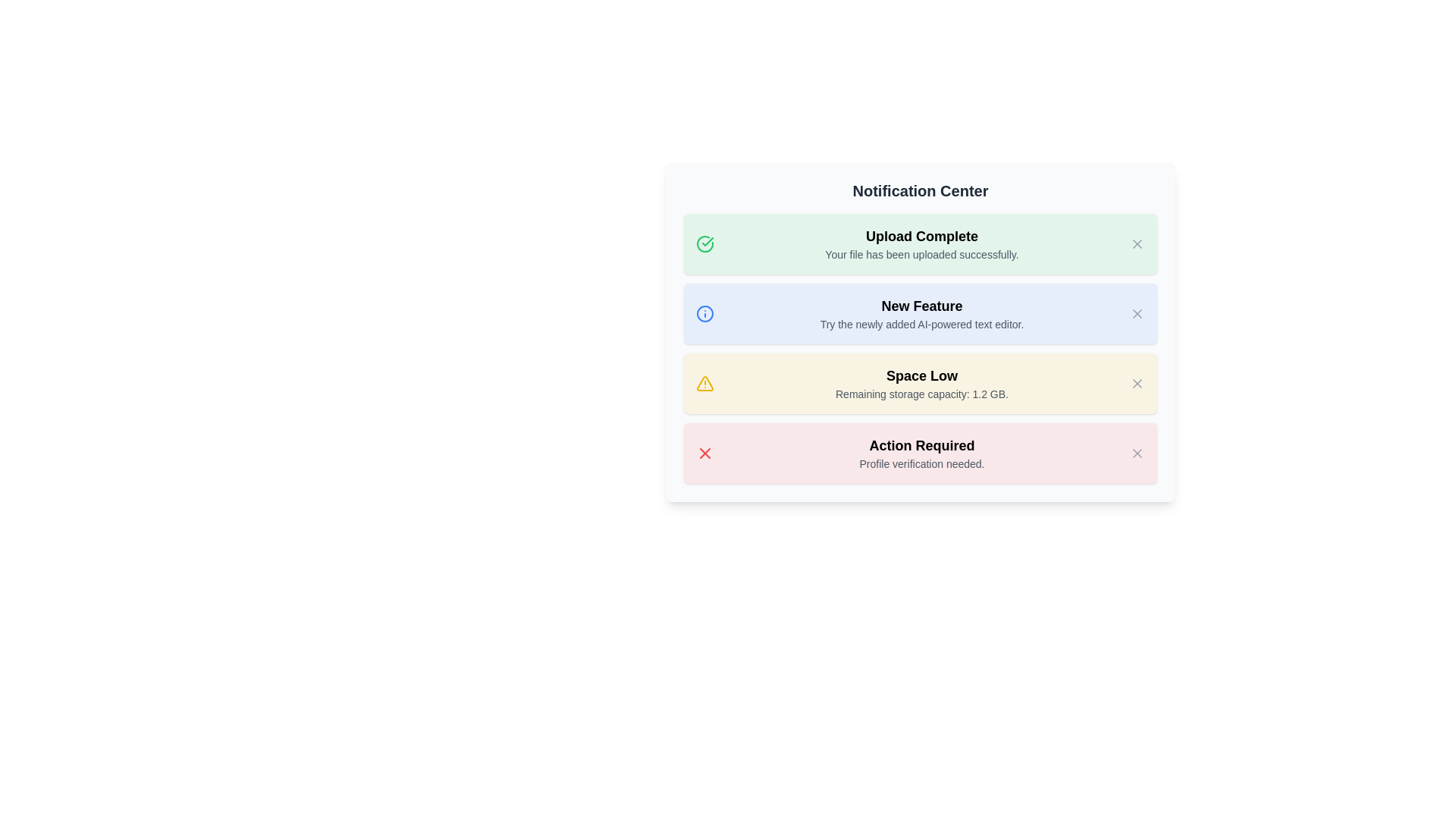  I want to click on the prominent yellow triangular warning icon beside the 'Space Low' notification, which indicates low storage space, so click(704, 382).